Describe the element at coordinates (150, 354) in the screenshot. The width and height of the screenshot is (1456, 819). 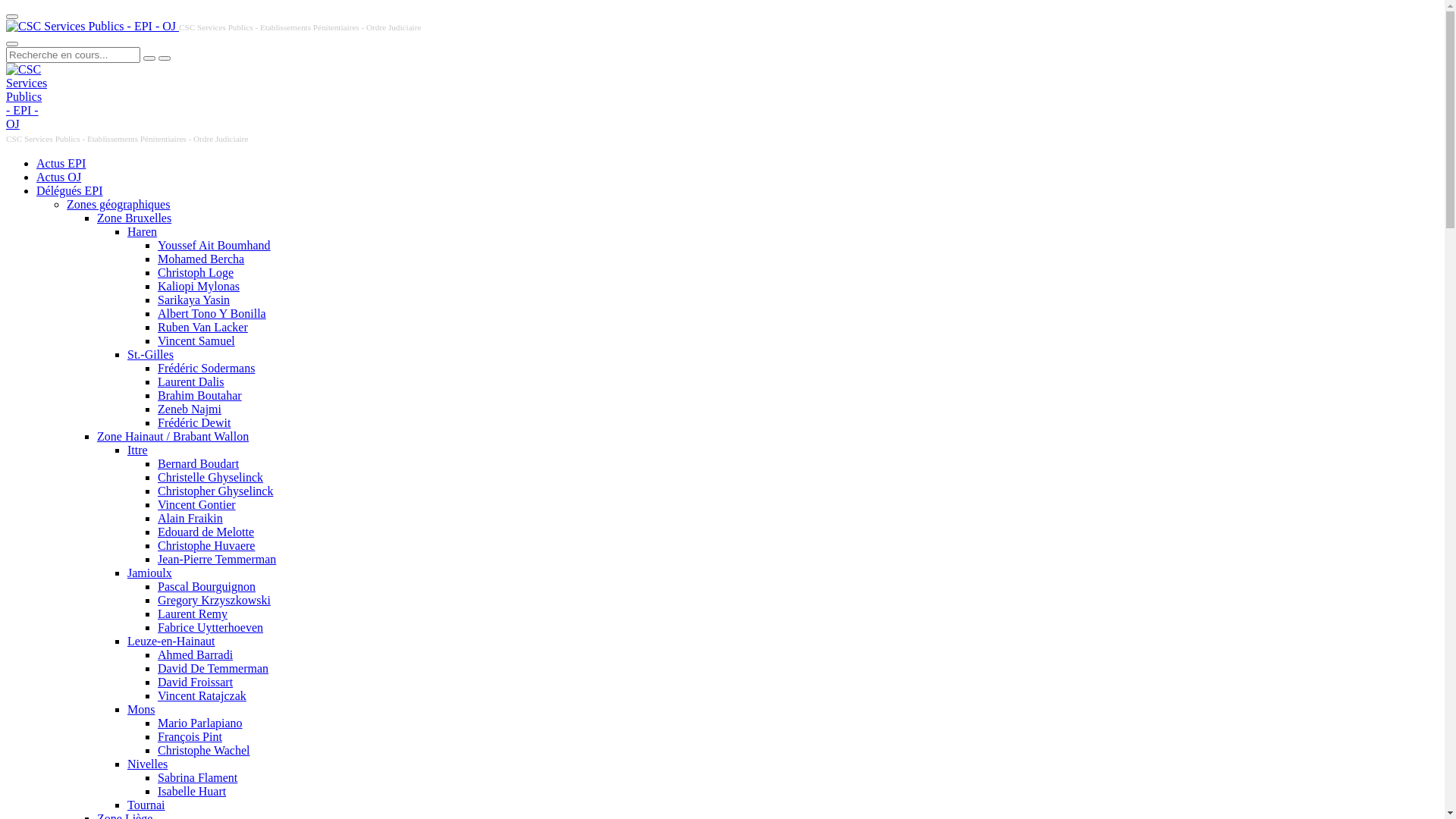
I see `'St.-Gilles'` at that location.